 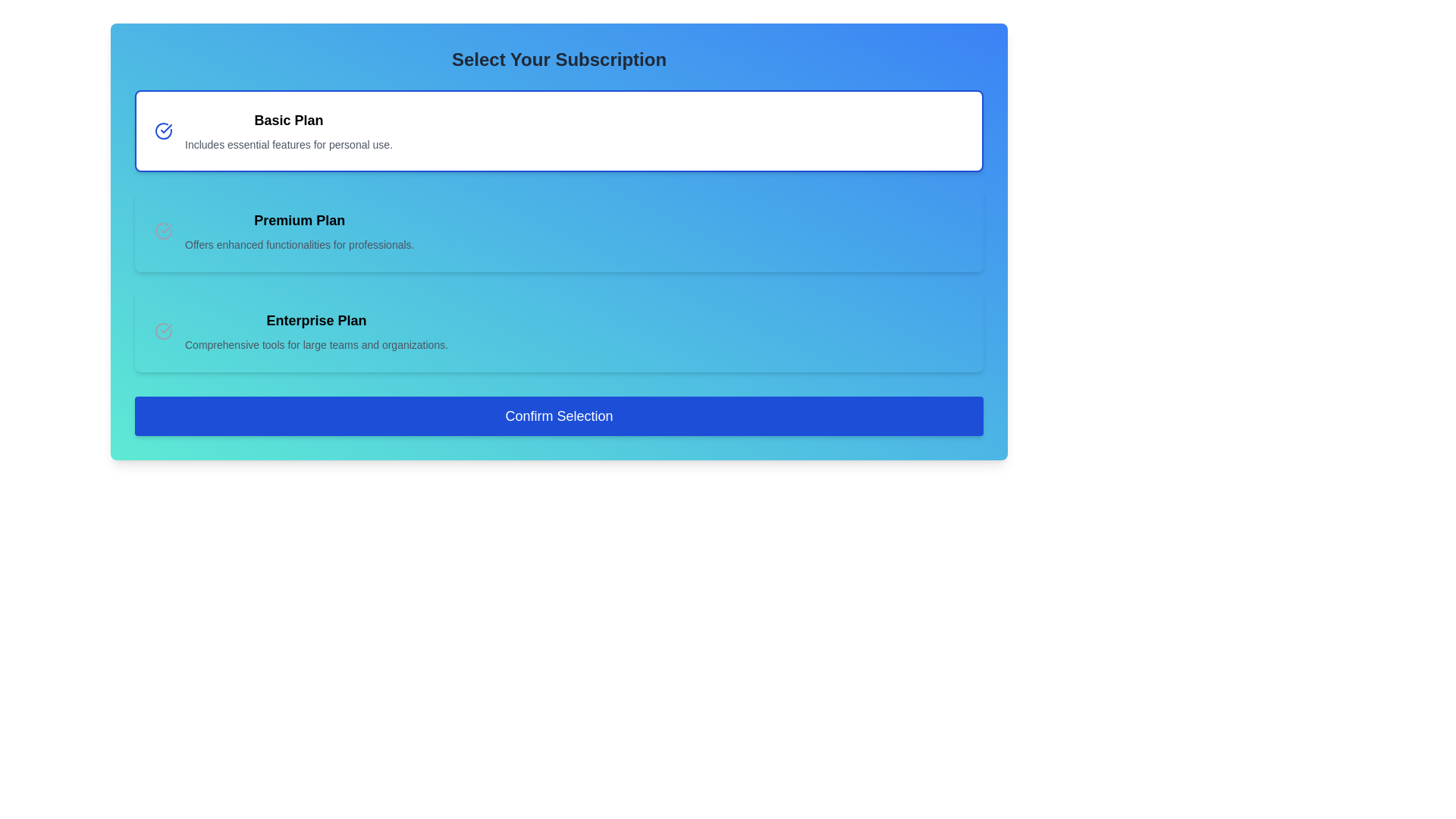 I want to click on the text label indicating the 'Basic Plan' subscription option, which is centrally located within the card above the description, so click(x=288, y=119).